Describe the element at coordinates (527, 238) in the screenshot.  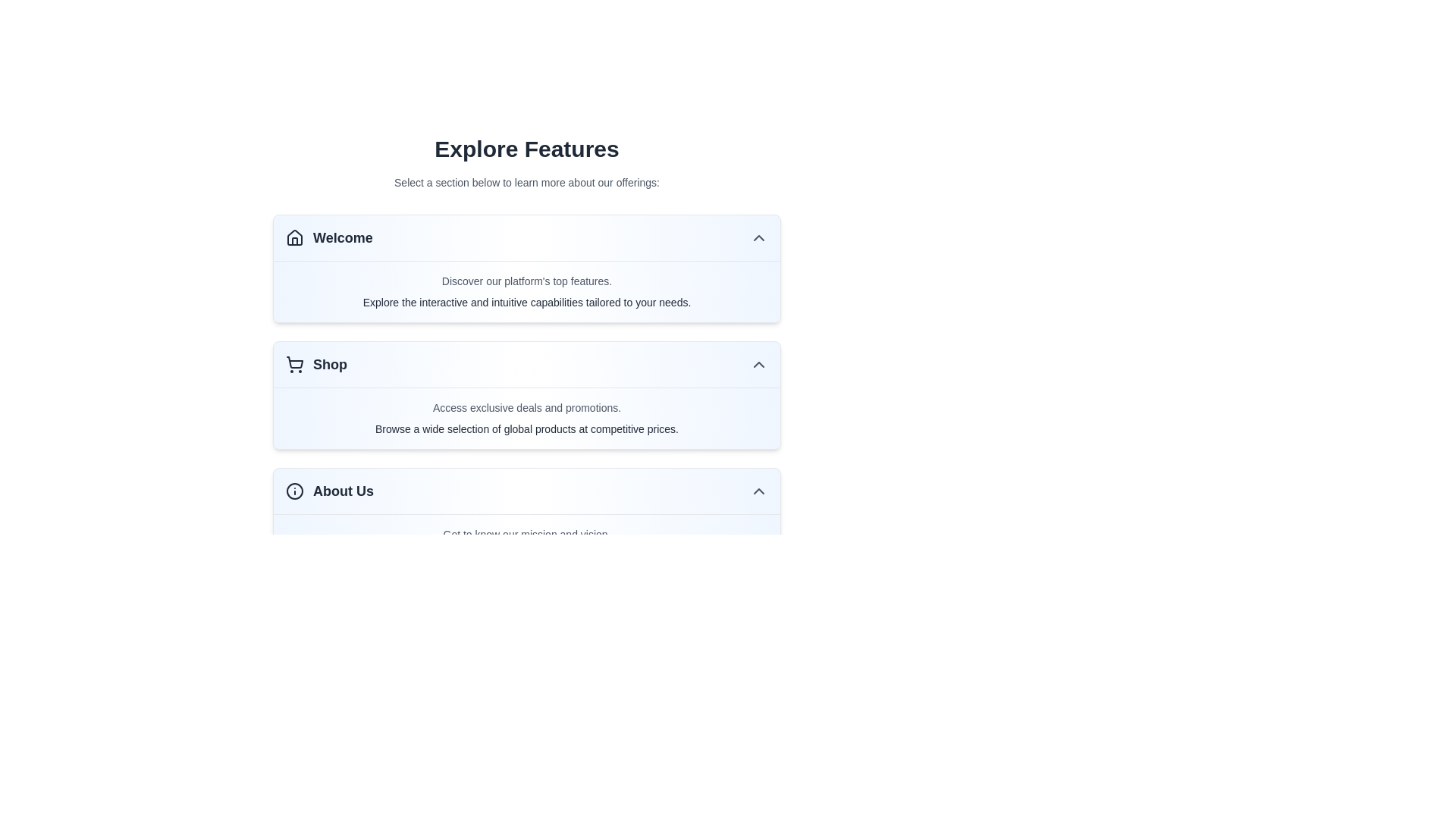
I see `the interactive collapsible section header located below the title 'Explore Features' to toggle the content related to 'Welcome' for accessibility purposes` at that location.